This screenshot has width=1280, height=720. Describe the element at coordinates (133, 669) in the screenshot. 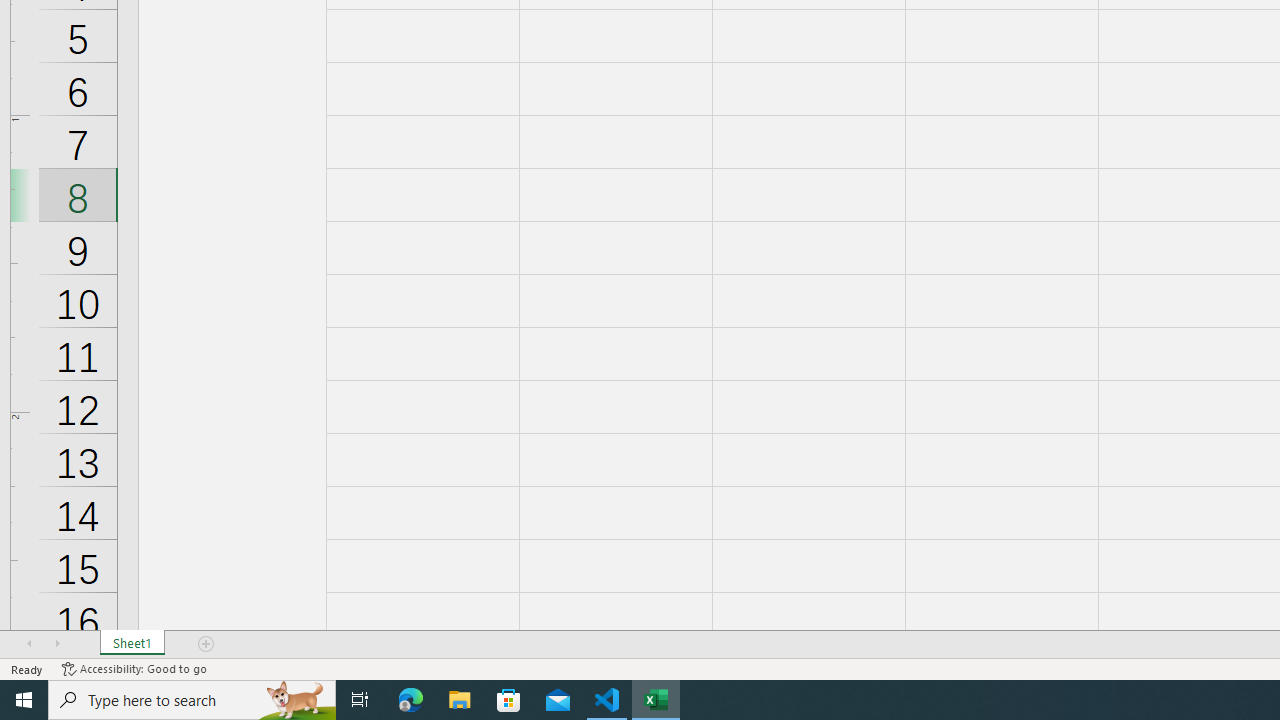

I see `'Accessibility Checker Accessibility: Good to go'` at that location.